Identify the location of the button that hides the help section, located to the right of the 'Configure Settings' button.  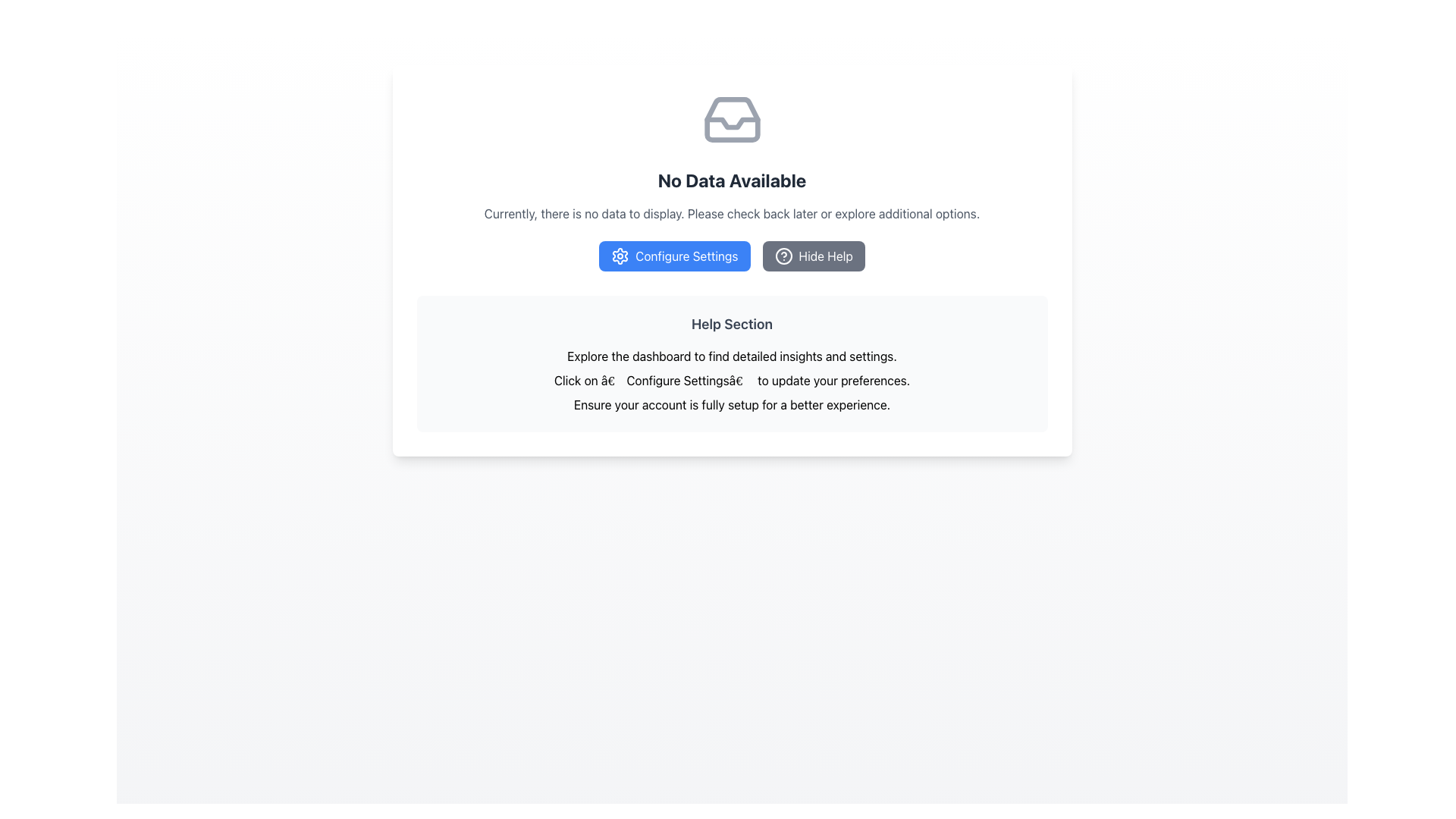
(813, 256).